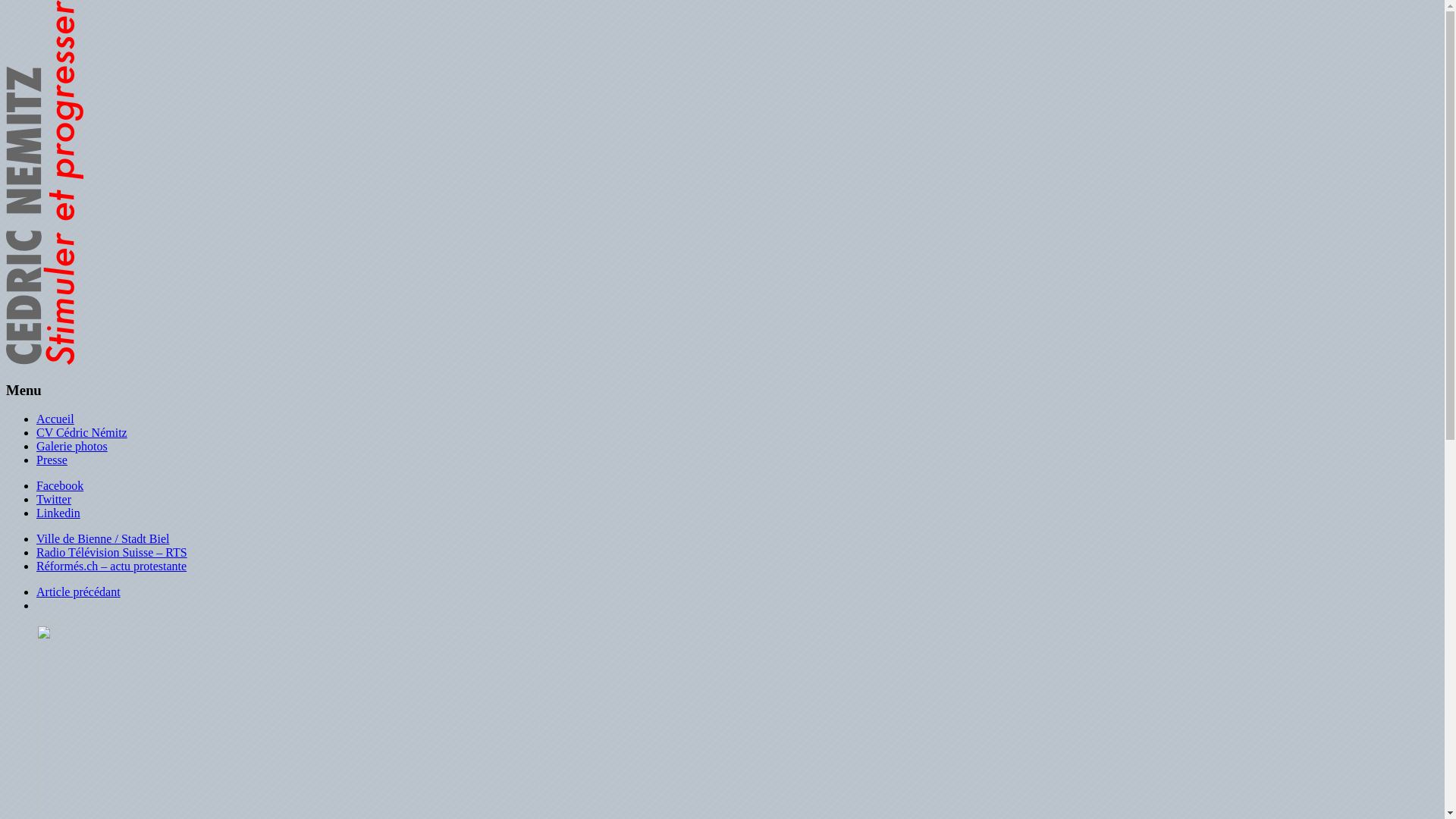  I want to click on 'Accueil', so click(55, 419).